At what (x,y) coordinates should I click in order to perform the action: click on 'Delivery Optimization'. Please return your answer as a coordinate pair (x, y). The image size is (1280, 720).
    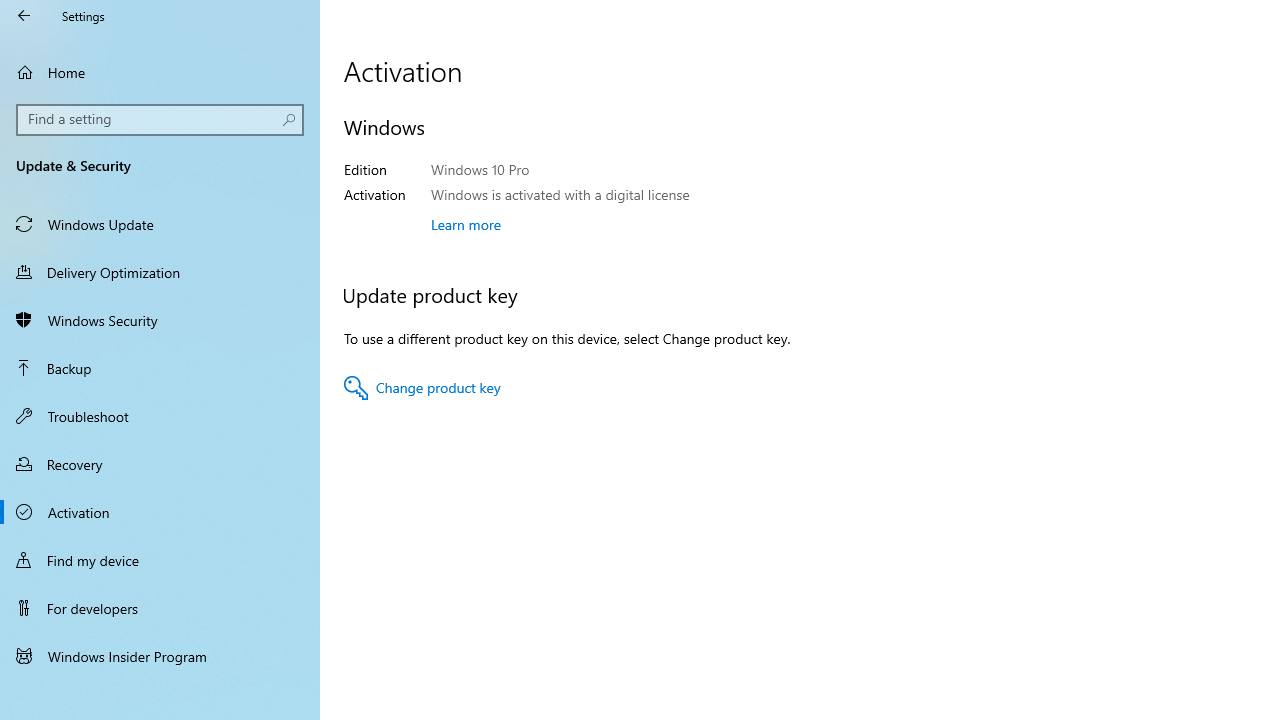
    Looking at the image, I should click on (160, 271).